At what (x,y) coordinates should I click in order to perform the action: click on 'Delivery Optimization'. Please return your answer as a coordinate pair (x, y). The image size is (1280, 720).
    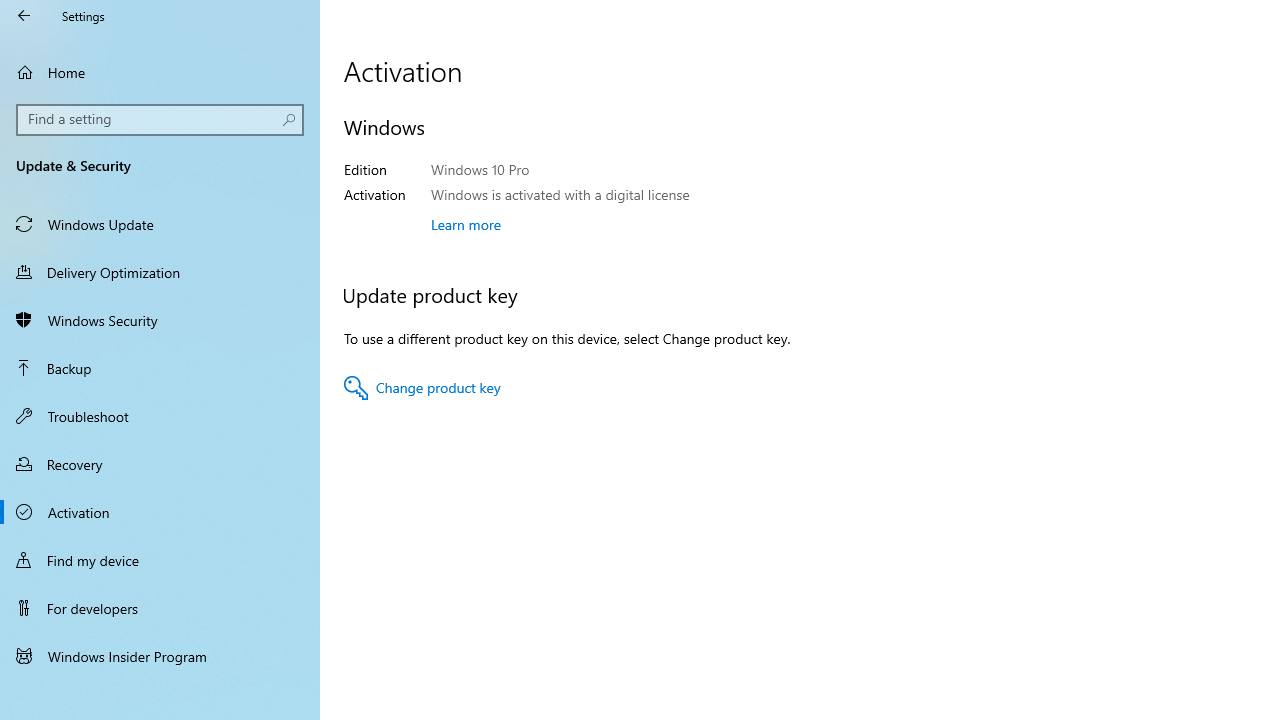
    Looking at the image, I should click on (160, 271).